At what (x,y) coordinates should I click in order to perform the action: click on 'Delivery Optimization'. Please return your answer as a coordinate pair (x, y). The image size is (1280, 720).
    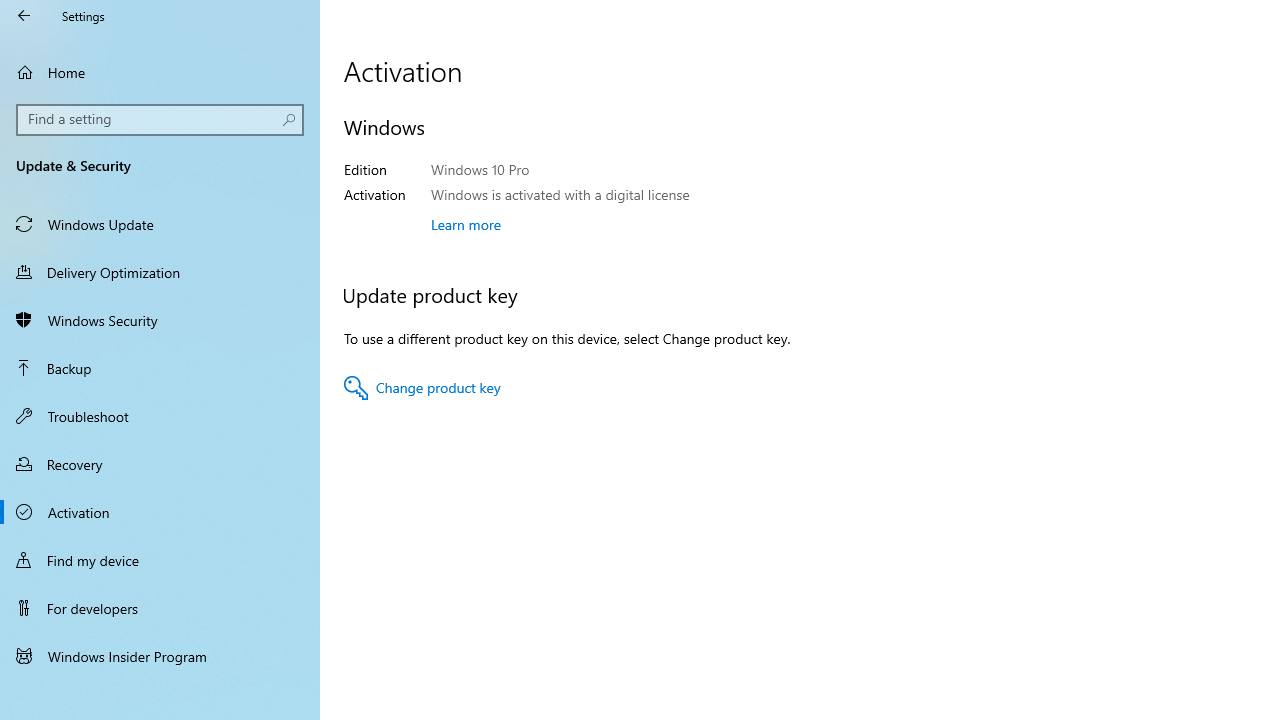
    Looking at the image, I should click on (160, 271).